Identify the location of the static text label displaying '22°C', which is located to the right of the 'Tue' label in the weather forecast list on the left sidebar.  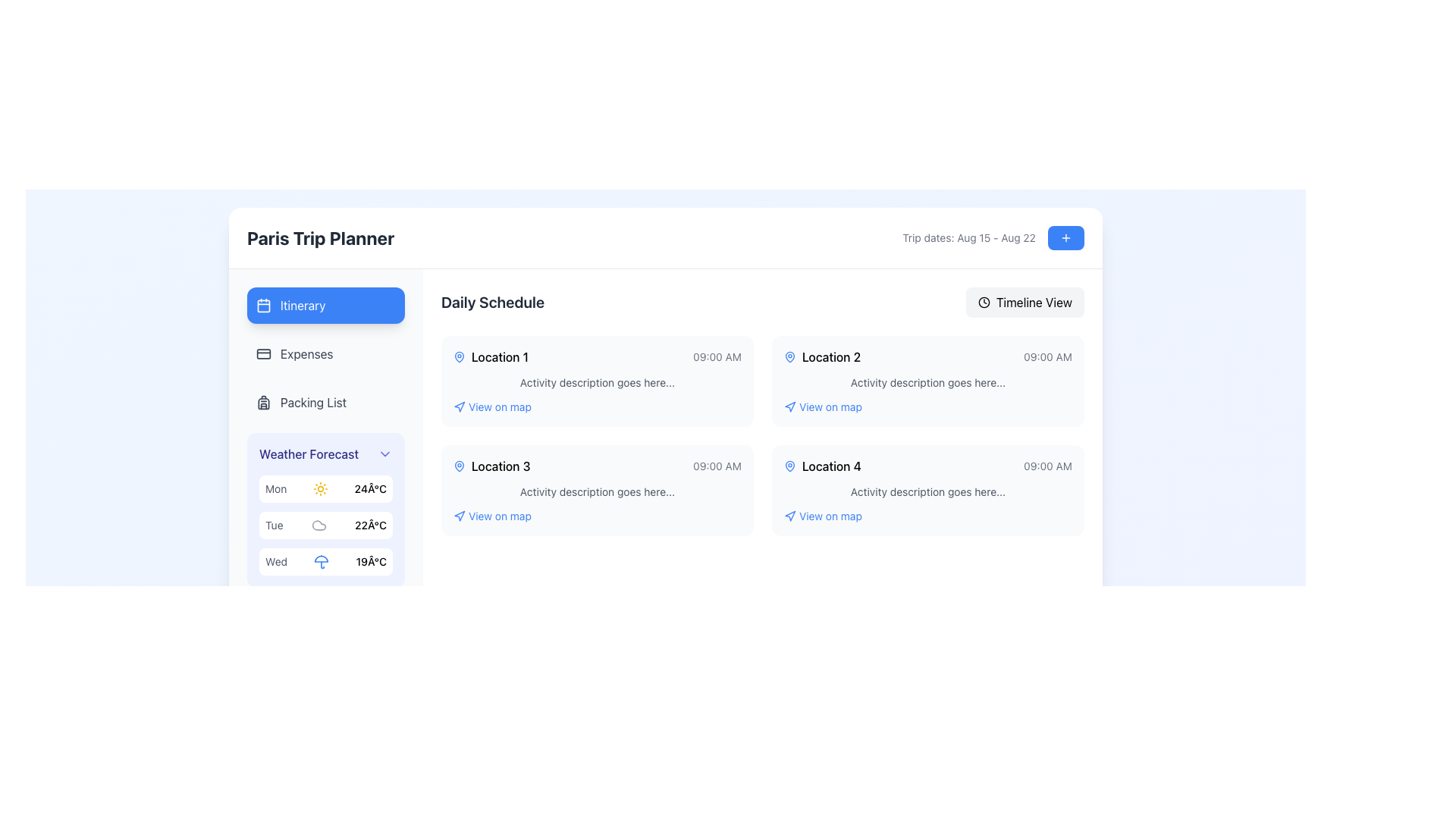
(371, 525).